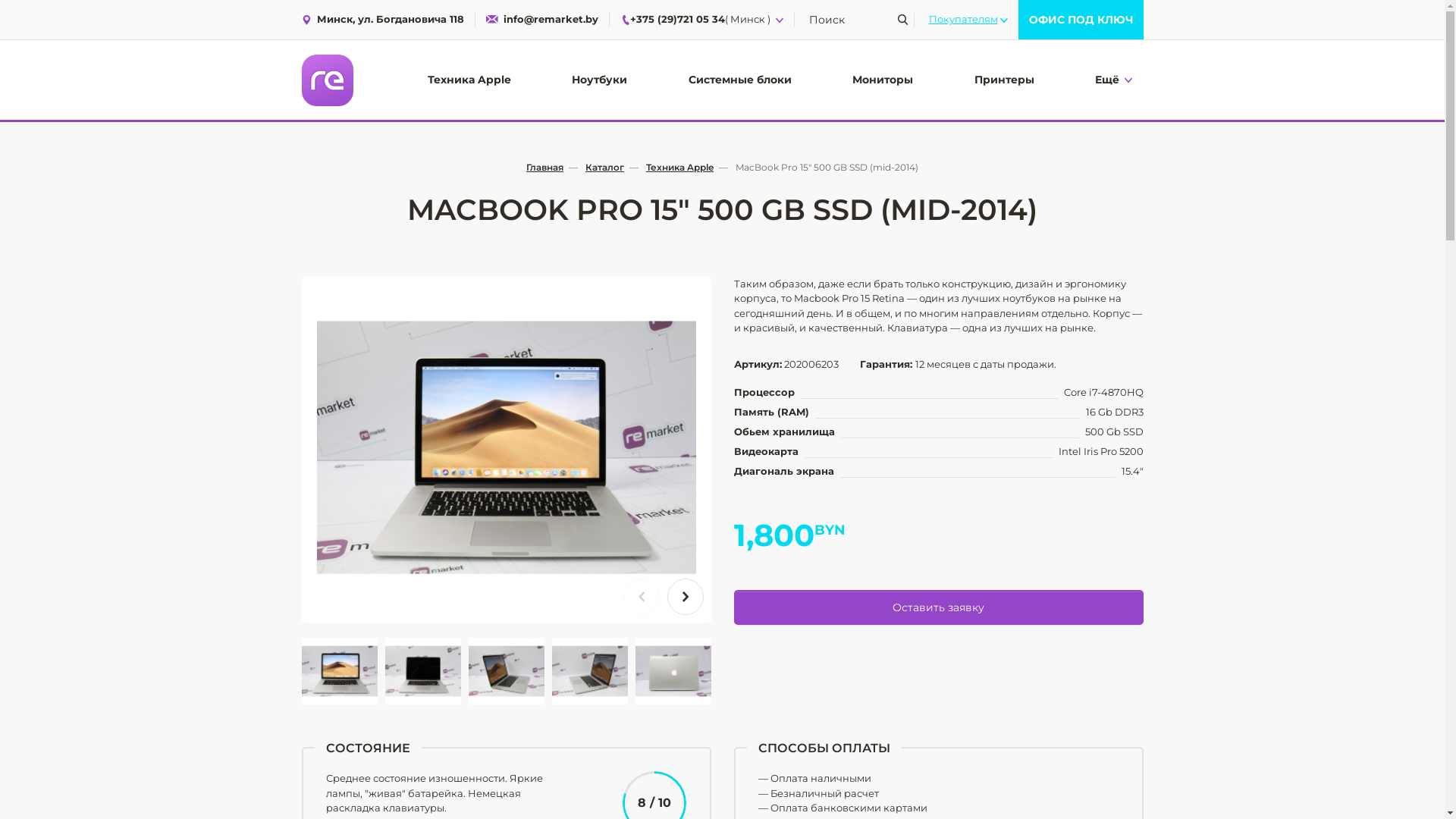 The height and width of the screenshot is (819, 1456). Describe the element at coordinates (620, 20) in the screenshot. I see `'+375 (29)` at that location.